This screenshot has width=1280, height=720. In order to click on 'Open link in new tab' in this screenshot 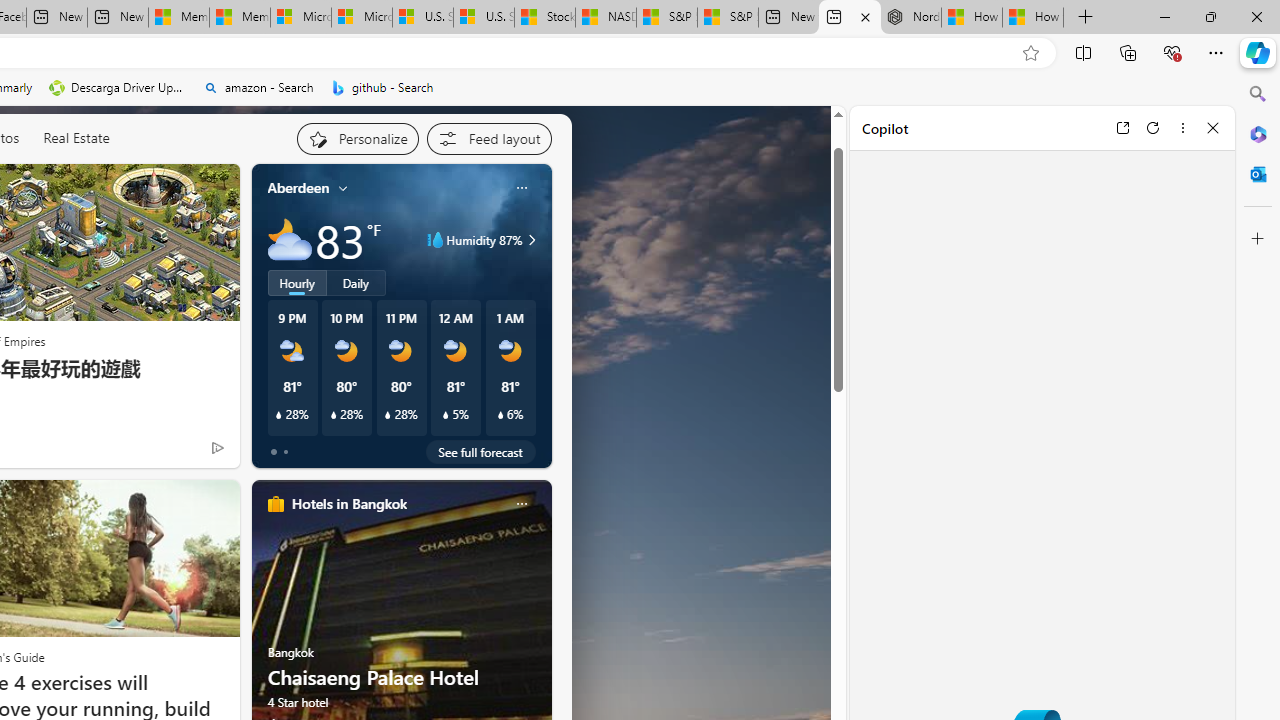, I will do `click(1122, 127)`.